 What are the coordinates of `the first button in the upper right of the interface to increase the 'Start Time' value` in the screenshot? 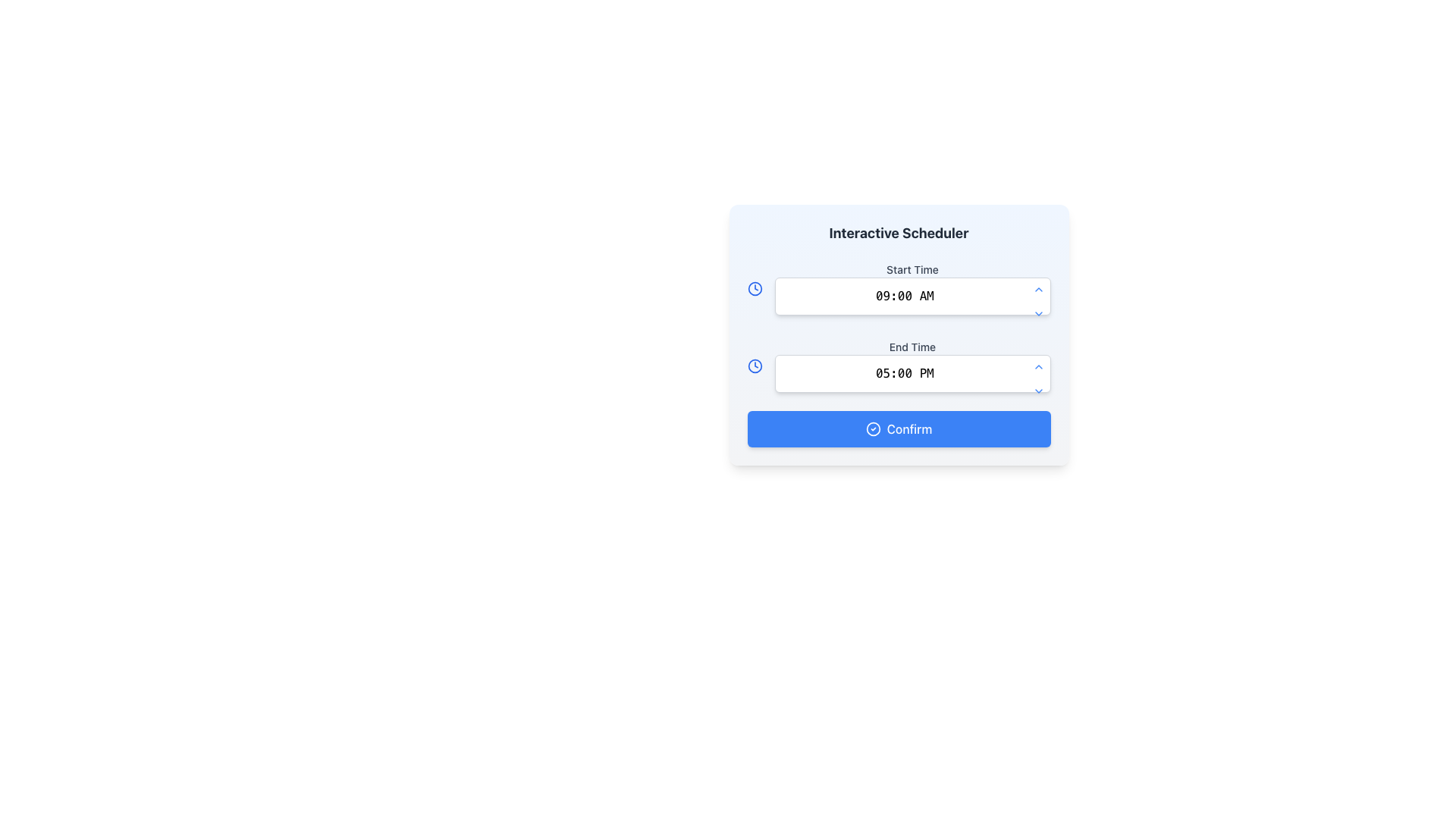 It's located at (1037, 289).